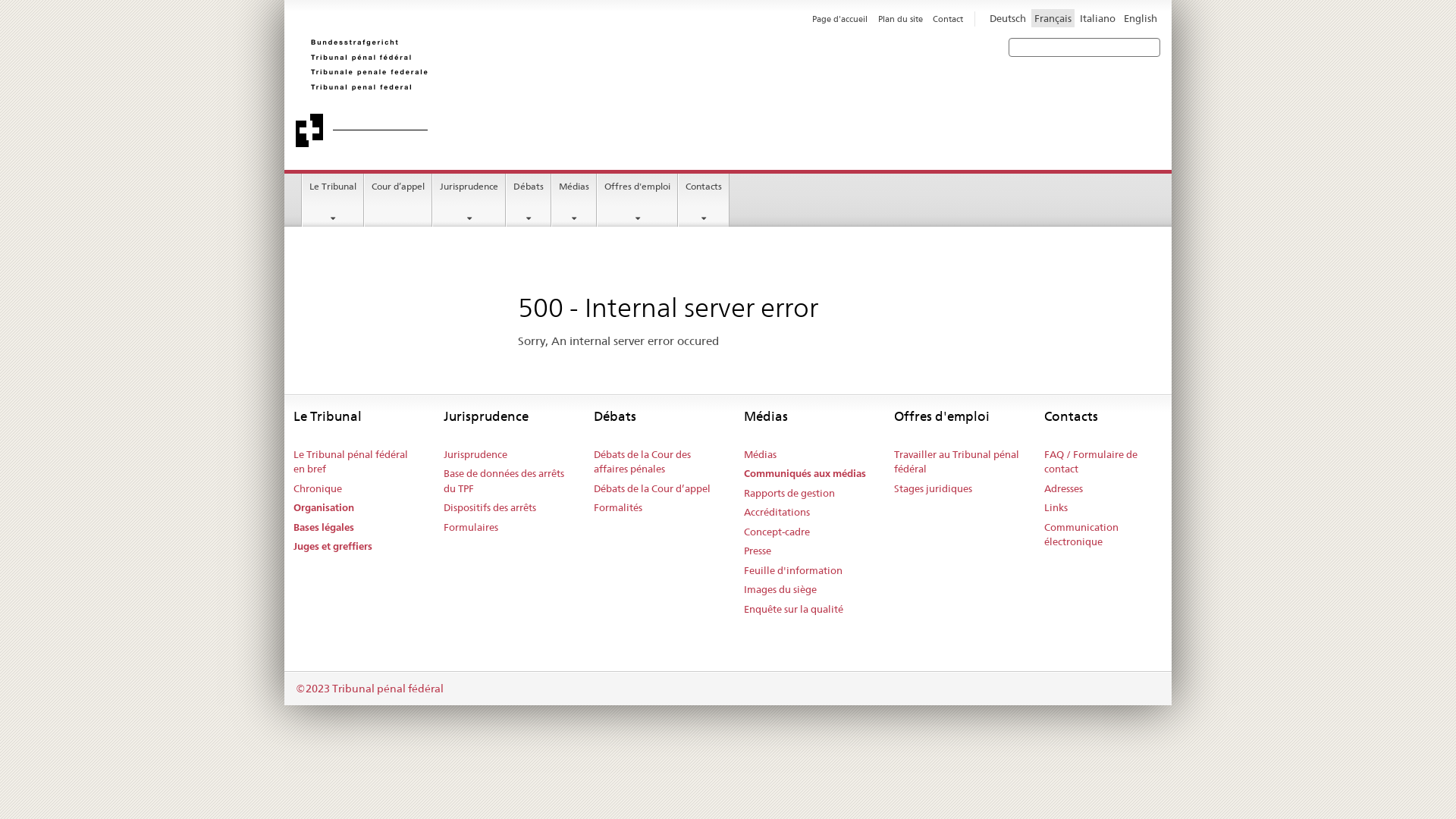 This screenshot has width=1456, height=819. I want to click on 'Organisation', so click(323, 508).